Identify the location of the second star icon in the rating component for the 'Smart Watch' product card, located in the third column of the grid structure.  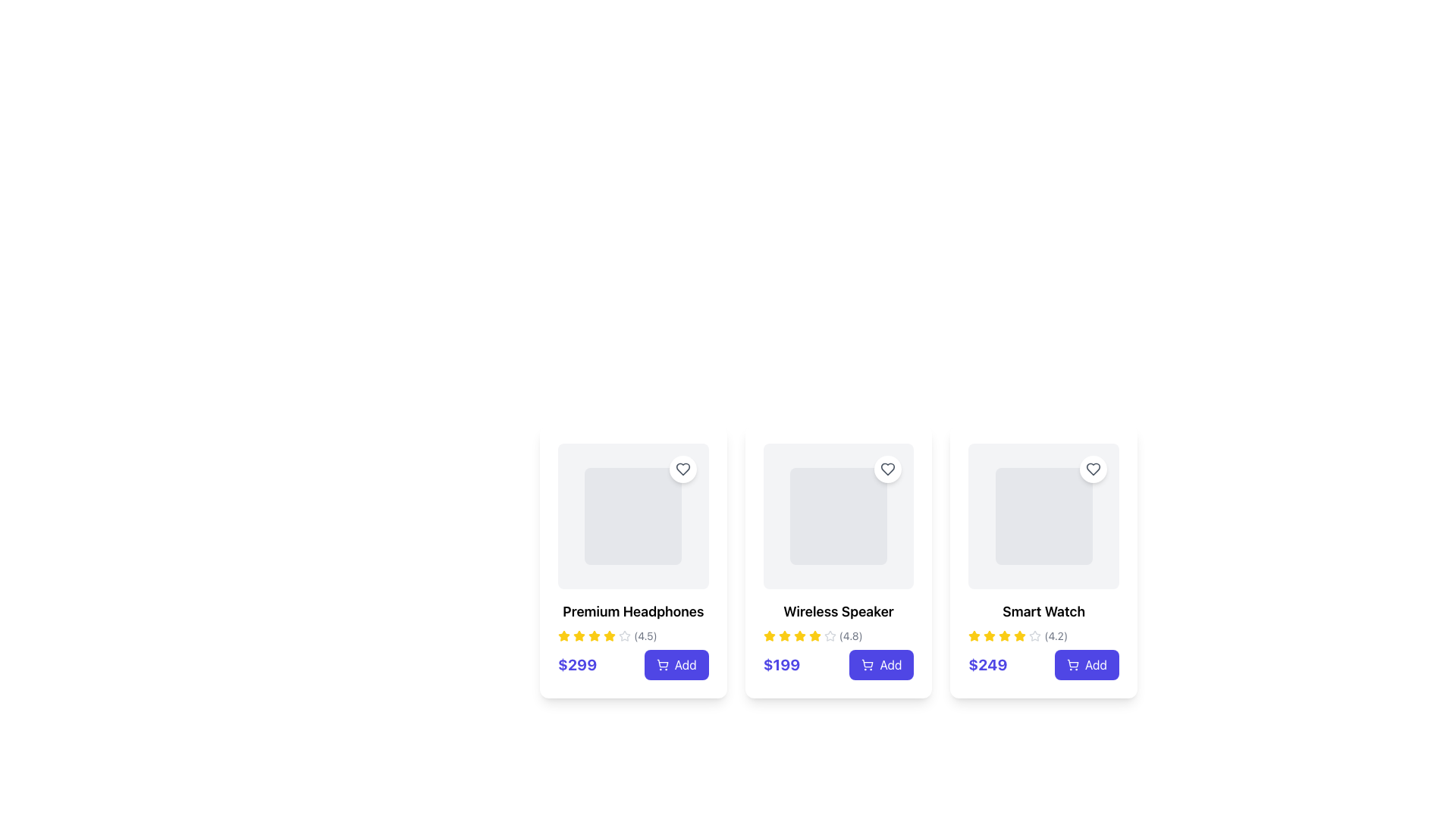
(1005, 635).